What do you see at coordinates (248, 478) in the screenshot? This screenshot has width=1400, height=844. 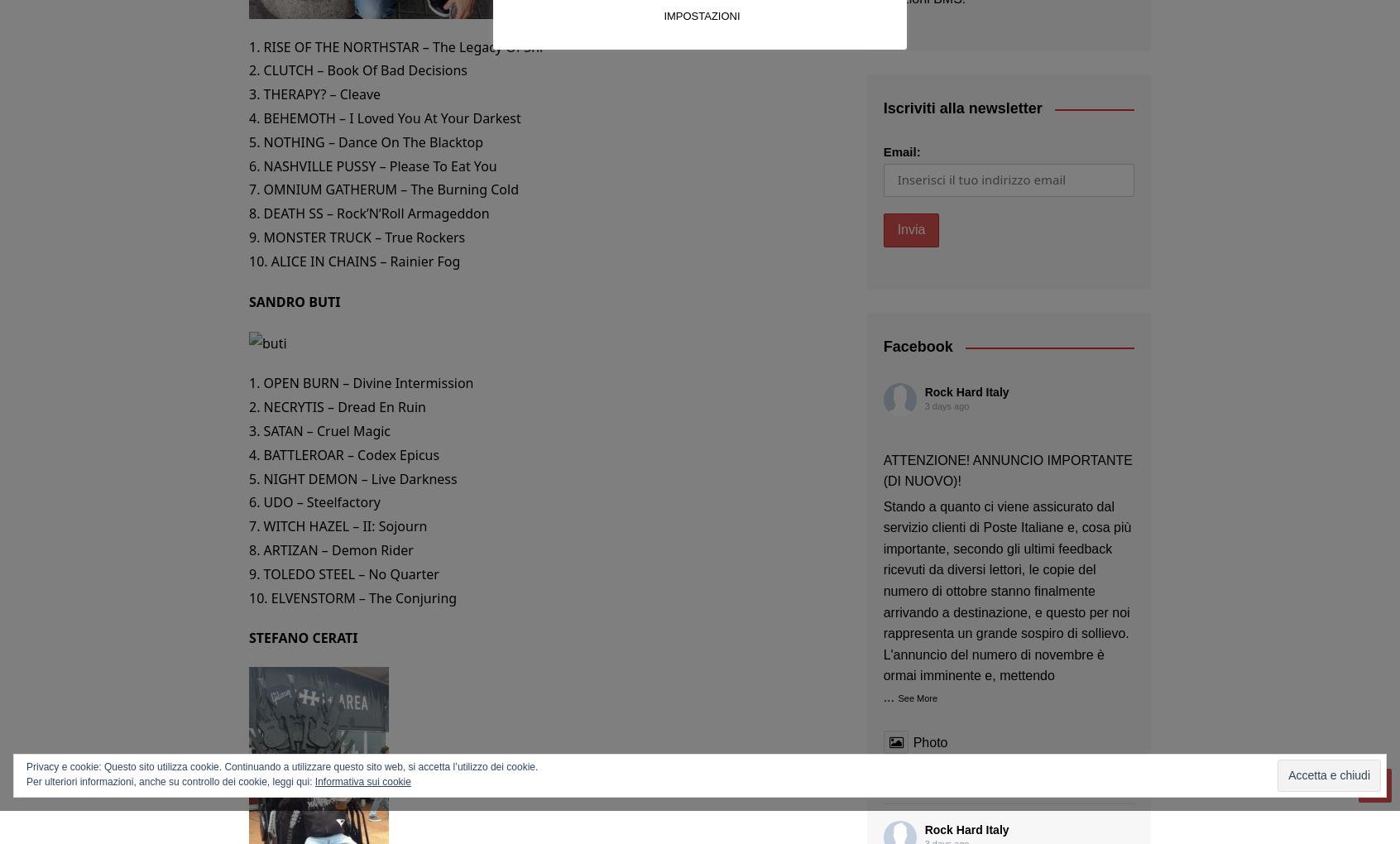 I see `'5. NIGHT DEMON – Live Darkness'` at bounding box center [248, 478].